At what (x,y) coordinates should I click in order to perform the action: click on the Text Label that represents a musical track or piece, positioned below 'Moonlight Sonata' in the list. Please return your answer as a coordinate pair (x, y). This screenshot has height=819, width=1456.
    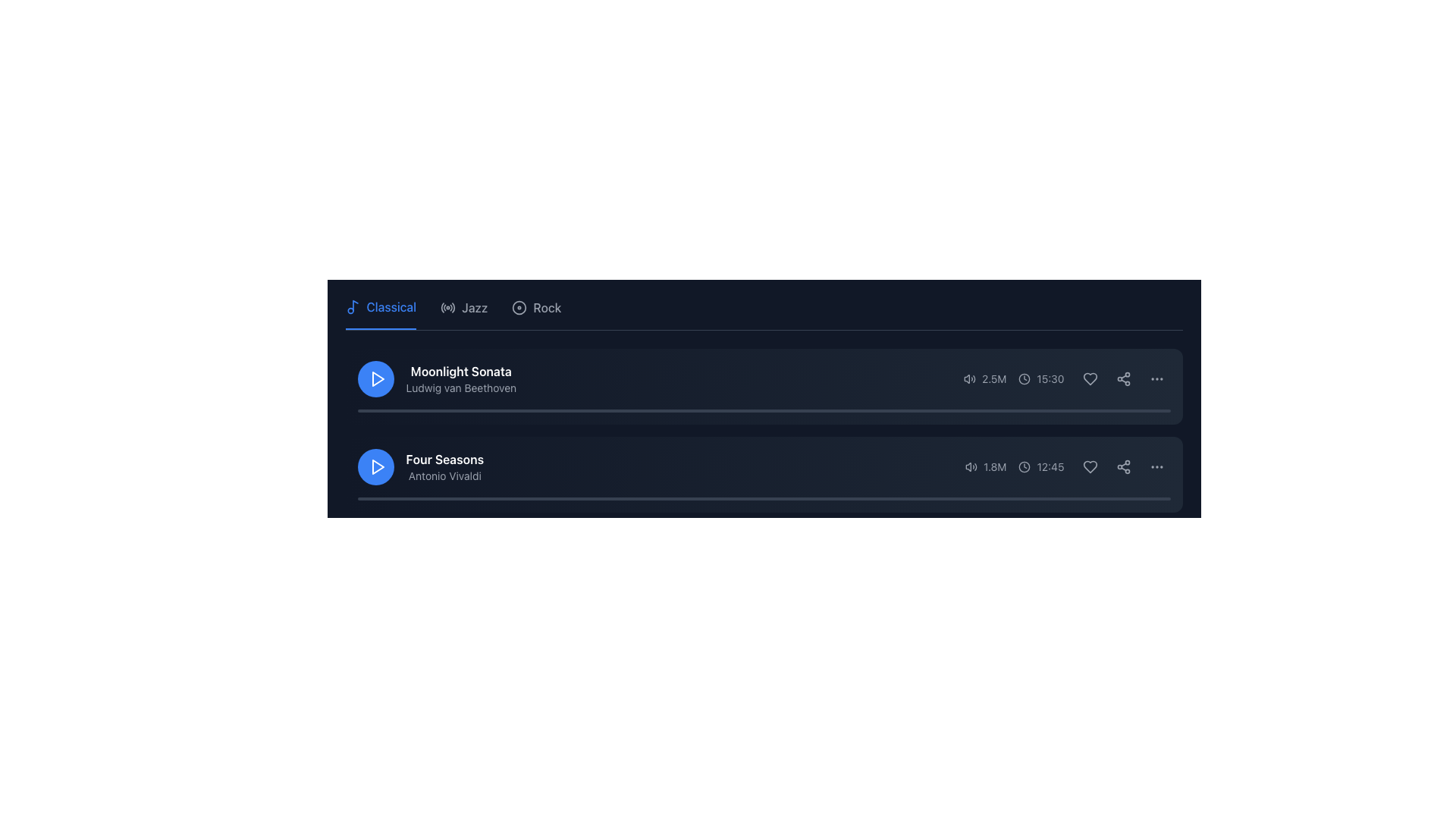
    Looking at the image, I should click on (444, 466).